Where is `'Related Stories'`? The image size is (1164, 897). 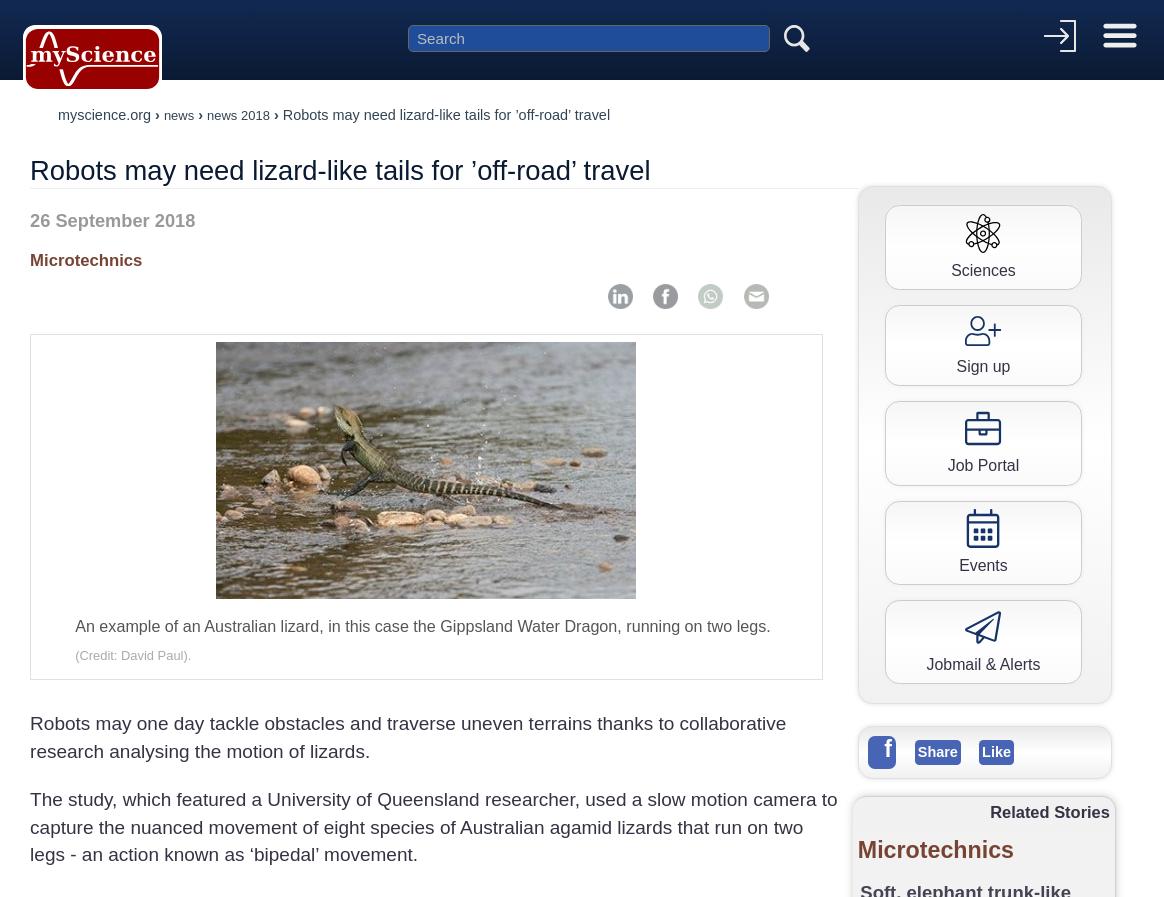
'Related Stories' is located at coordinates (989, 810).